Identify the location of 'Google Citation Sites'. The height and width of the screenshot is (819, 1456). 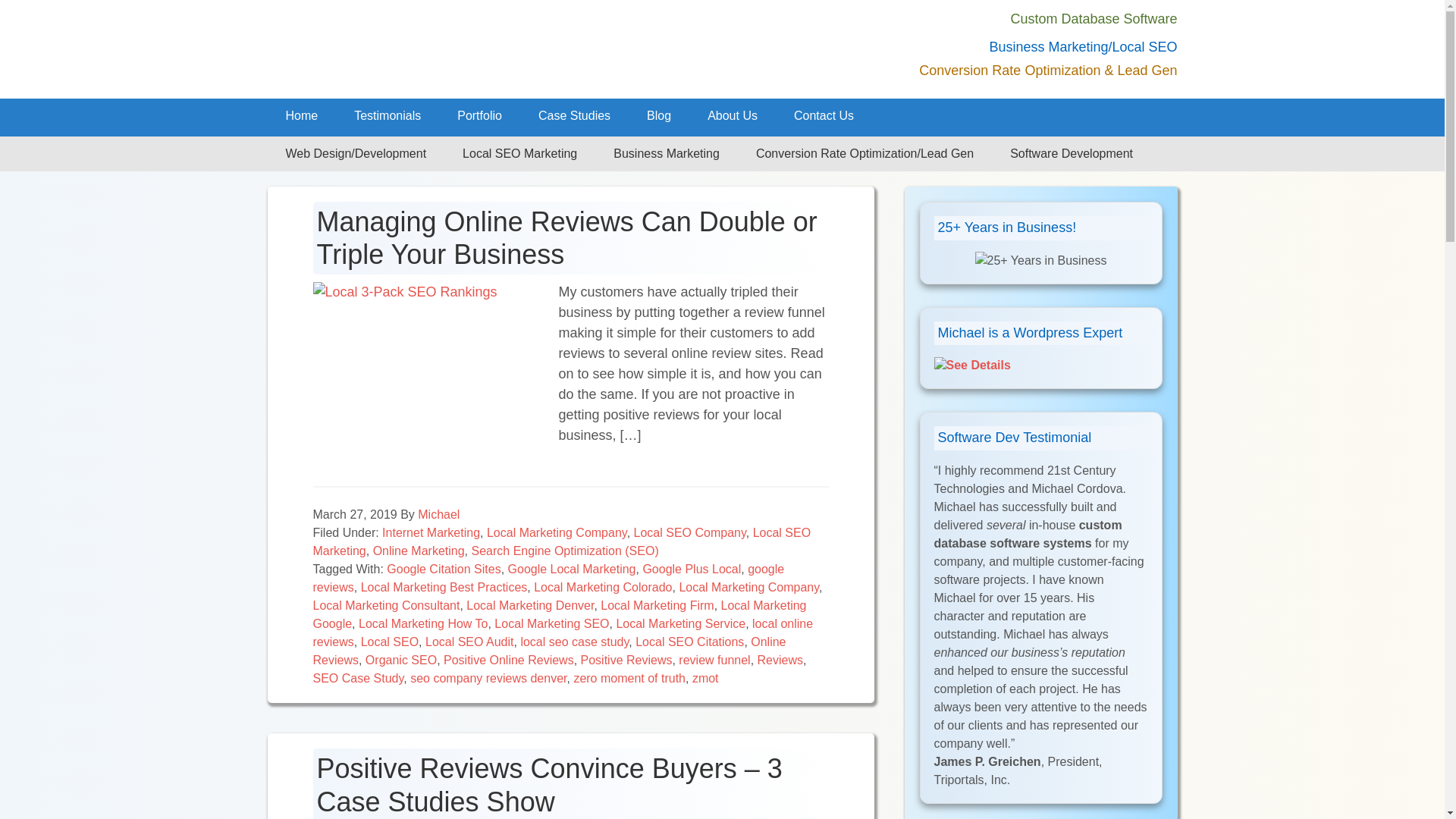
(386, 569).